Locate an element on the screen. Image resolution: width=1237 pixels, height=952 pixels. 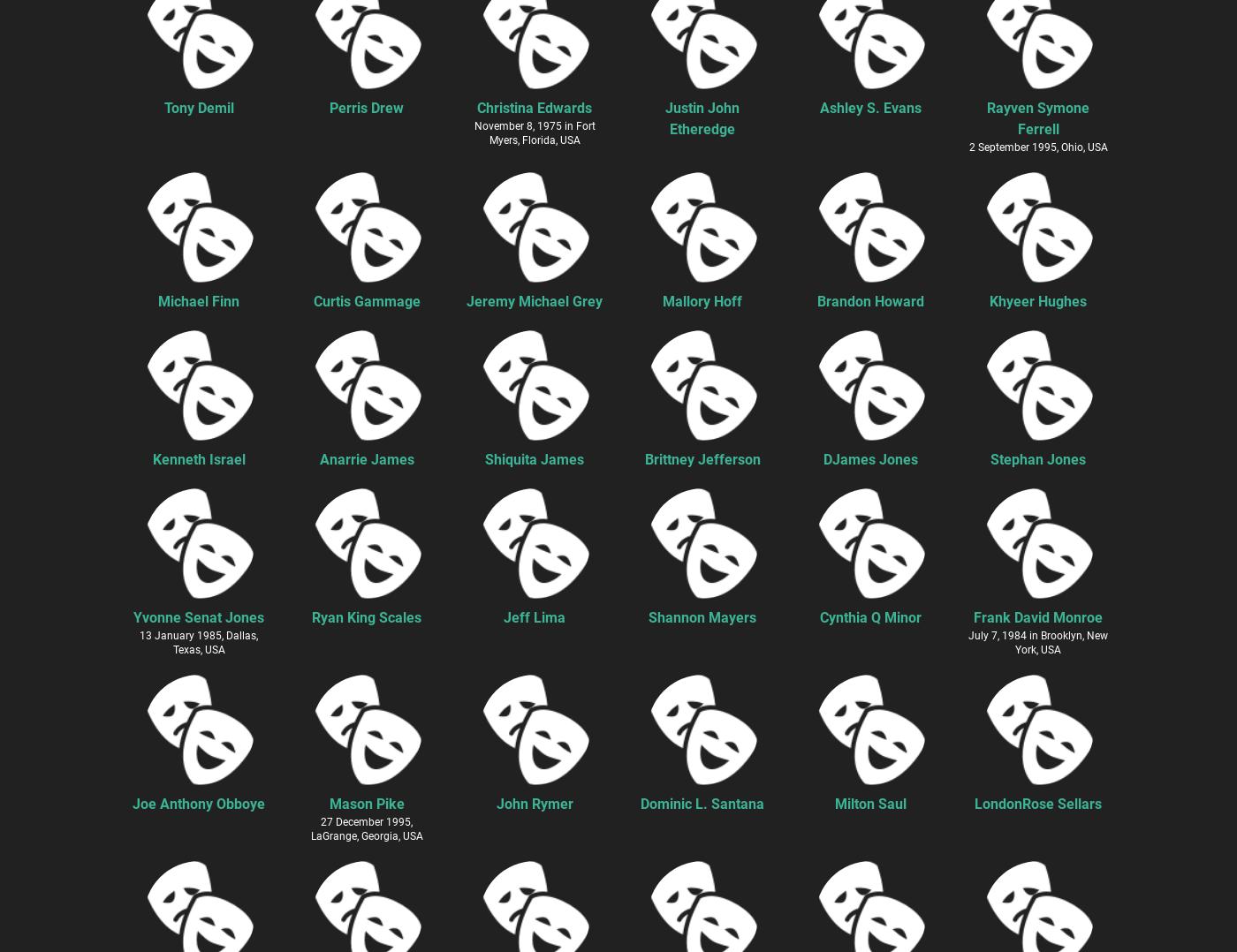
'July 7, 1984 in Brooklyn, New York, USA' is located at coordinates (968, 641).